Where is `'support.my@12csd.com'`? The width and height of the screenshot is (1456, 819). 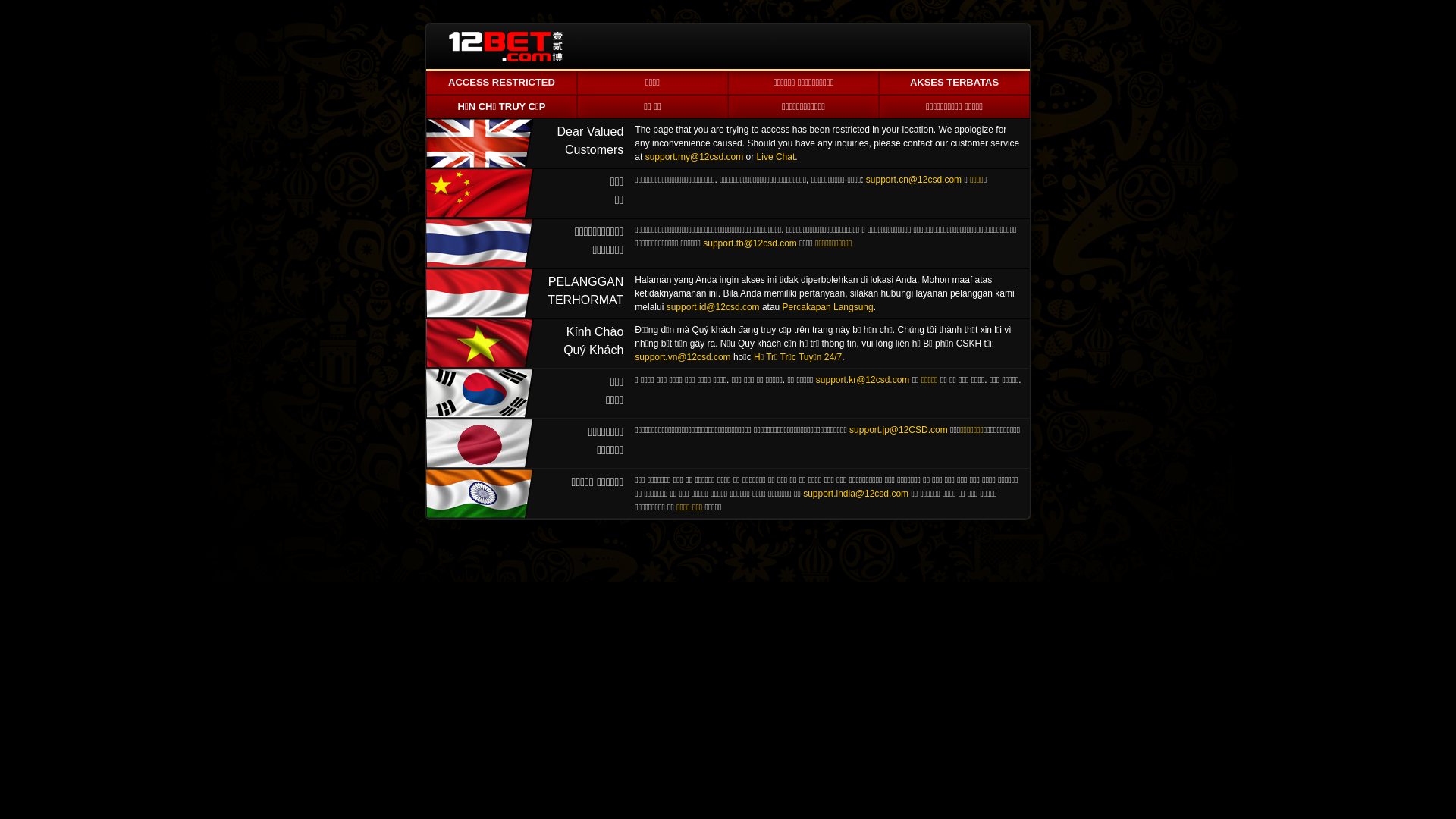 'support.my@12csd.com' is located at coordinates (694, 157).